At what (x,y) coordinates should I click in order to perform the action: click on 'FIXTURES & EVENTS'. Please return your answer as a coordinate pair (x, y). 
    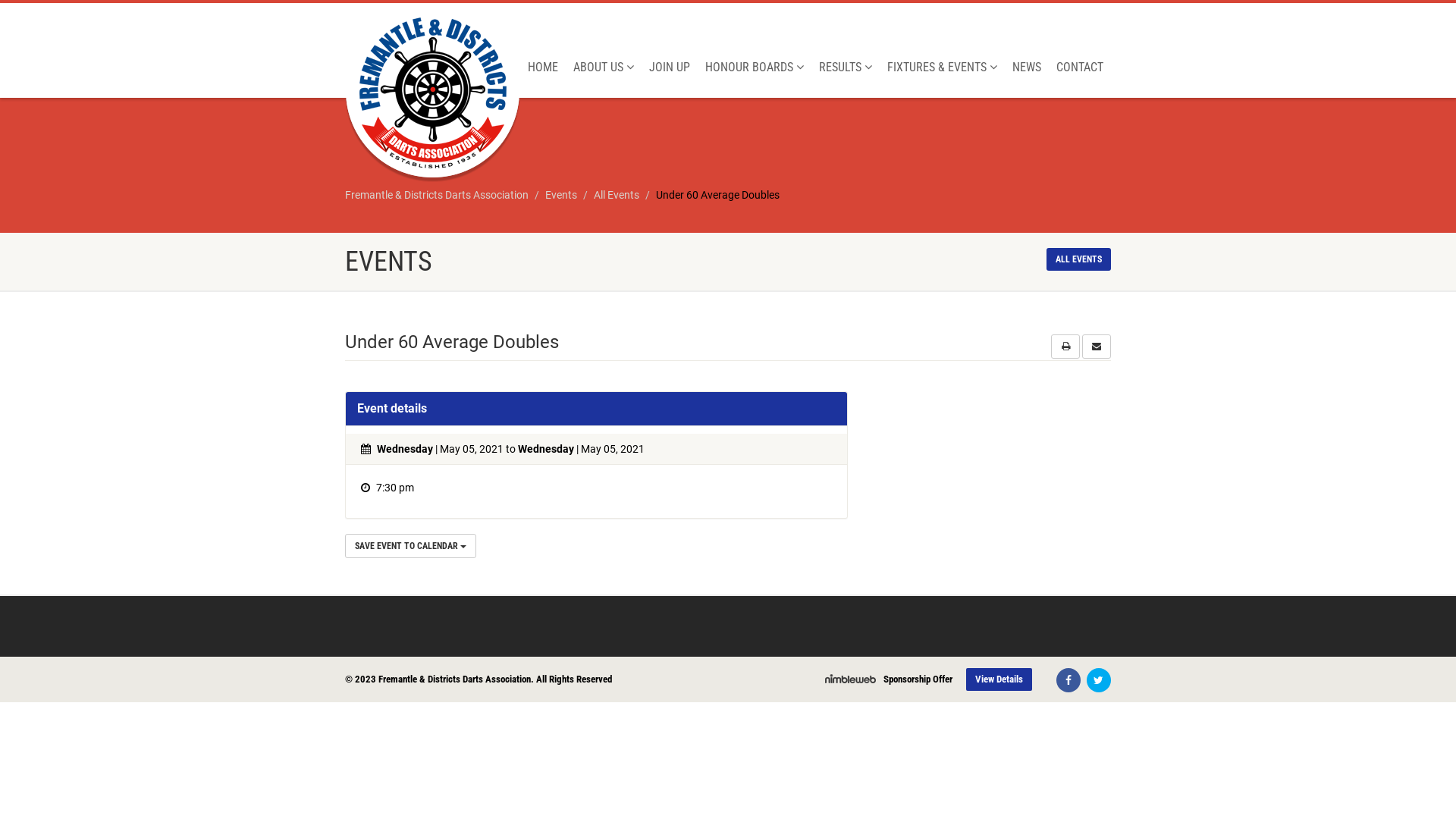
    Looking at the image, I should click on (941, 66).